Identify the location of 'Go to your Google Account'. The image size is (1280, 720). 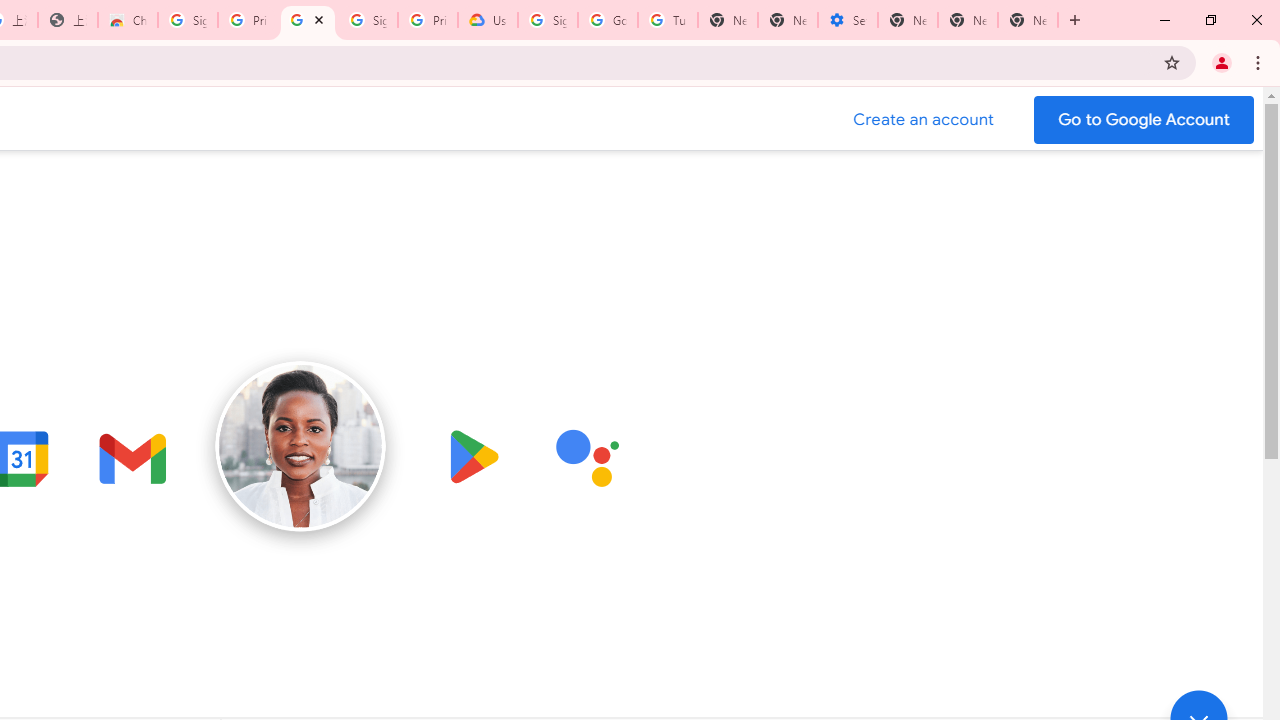
(1144, 119).